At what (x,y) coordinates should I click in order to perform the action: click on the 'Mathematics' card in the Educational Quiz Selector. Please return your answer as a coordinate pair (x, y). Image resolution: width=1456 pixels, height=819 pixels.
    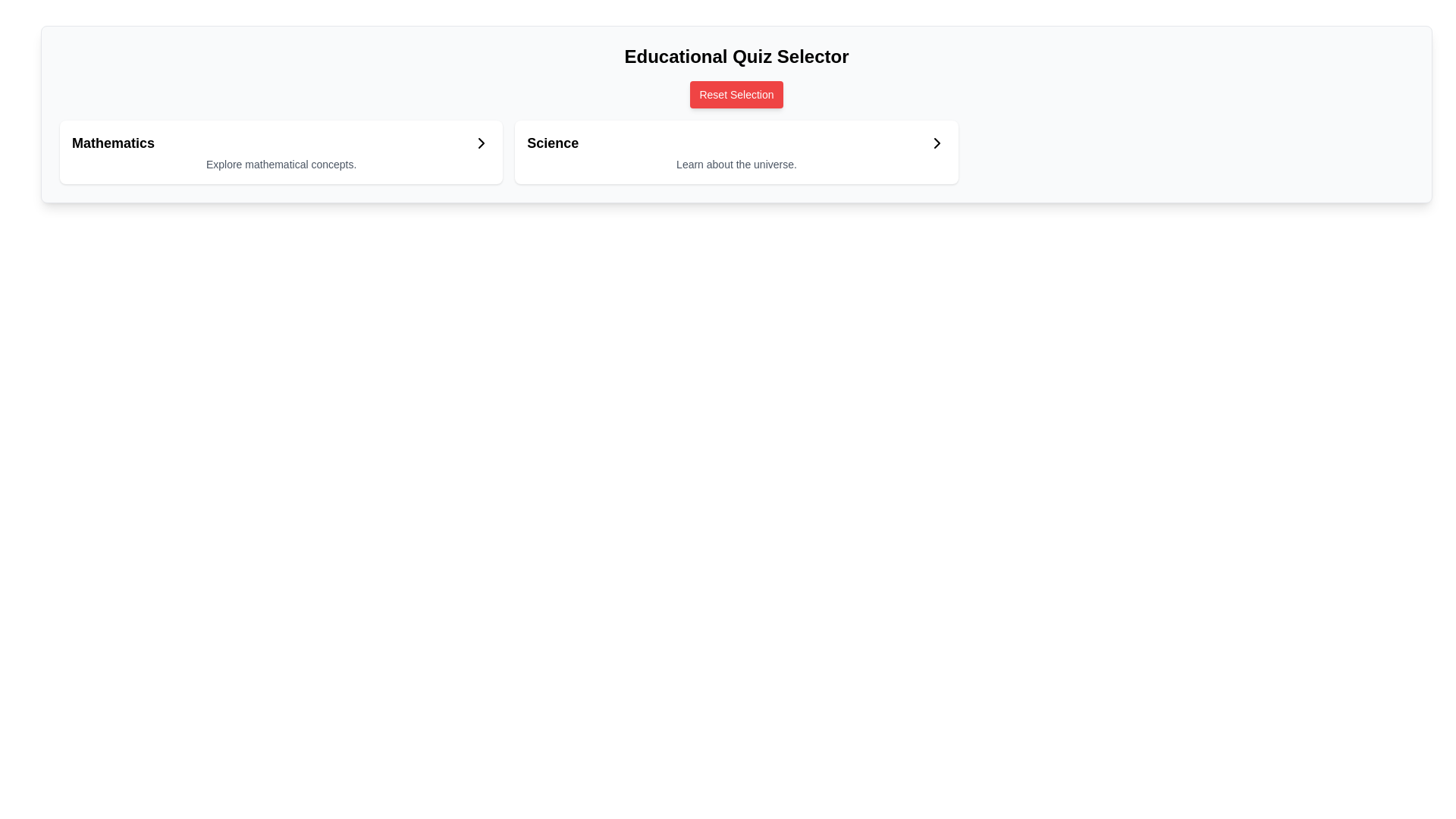
    Looking at the image, I should click on (281, 152).